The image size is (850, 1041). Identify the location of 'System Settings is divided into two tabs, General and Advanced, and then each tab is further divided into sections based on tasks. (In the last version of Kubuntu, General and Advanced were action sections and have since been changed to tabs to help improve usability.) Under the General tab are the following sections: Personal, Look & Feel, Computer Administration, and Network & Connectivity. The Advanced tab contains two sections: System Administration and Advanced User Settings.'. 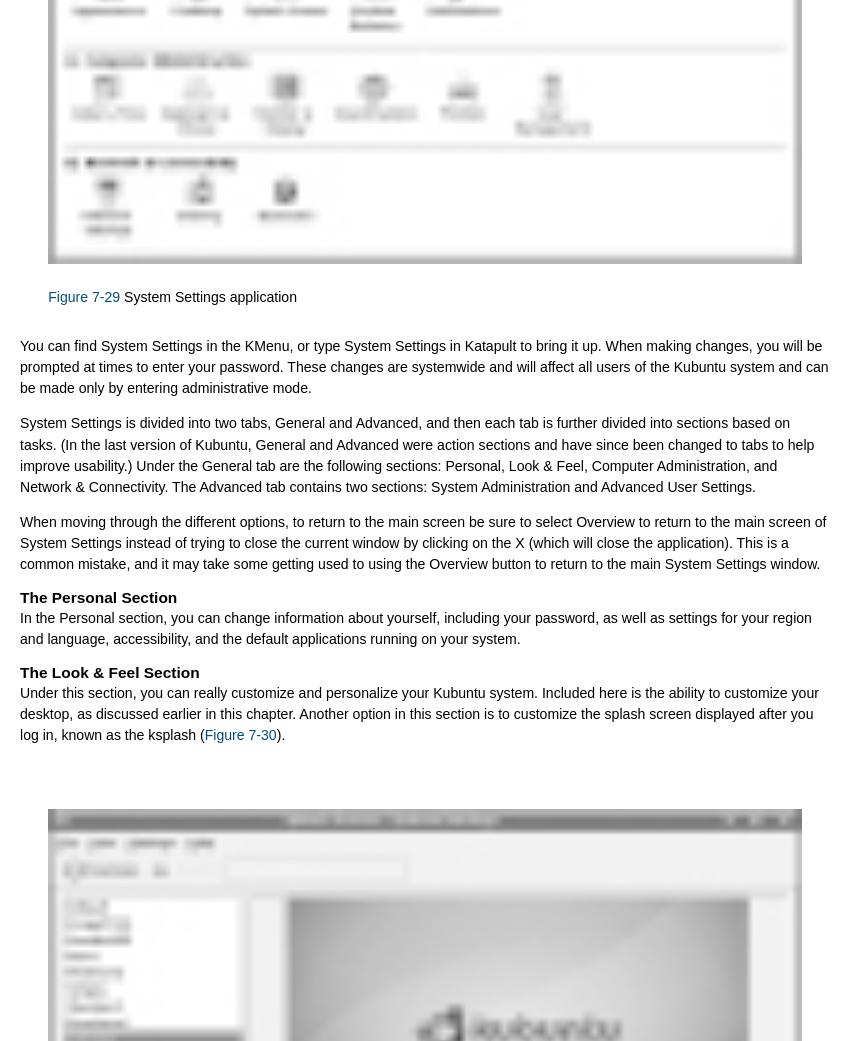
(417, 453).